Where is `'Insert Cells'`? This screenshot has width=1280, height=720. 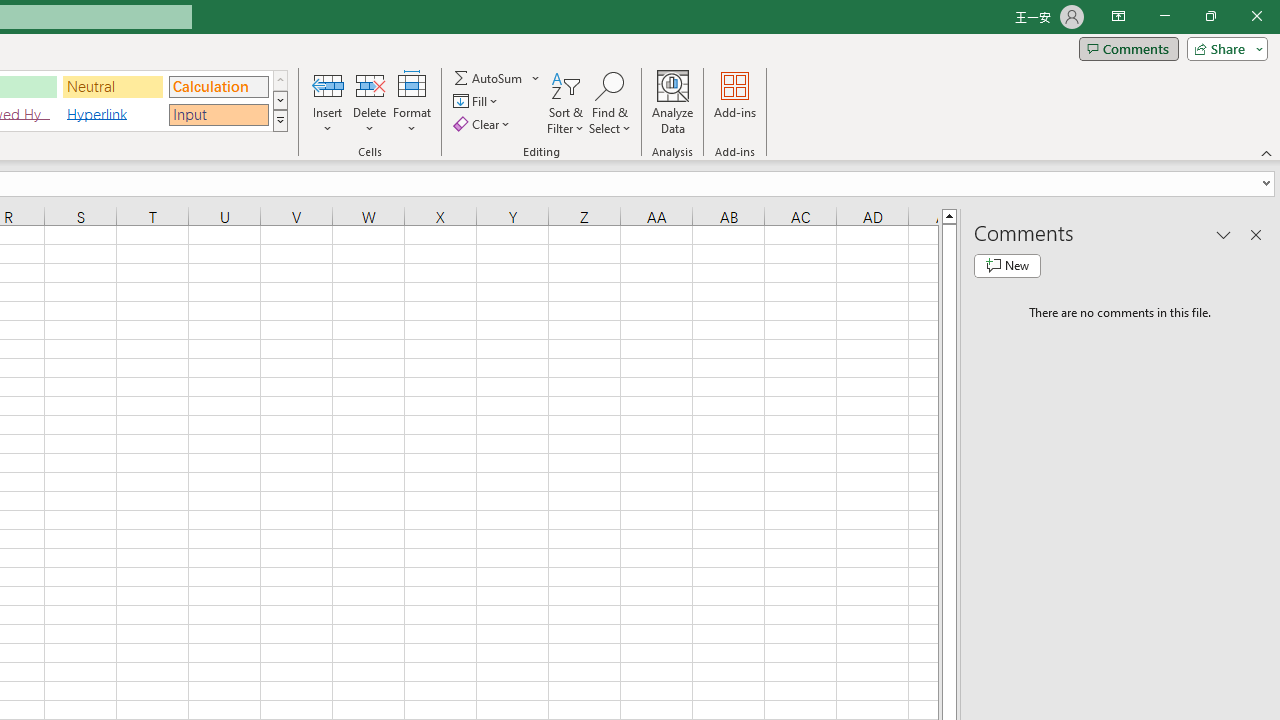 'Insert Cells' is located at coordinates (328, 84).